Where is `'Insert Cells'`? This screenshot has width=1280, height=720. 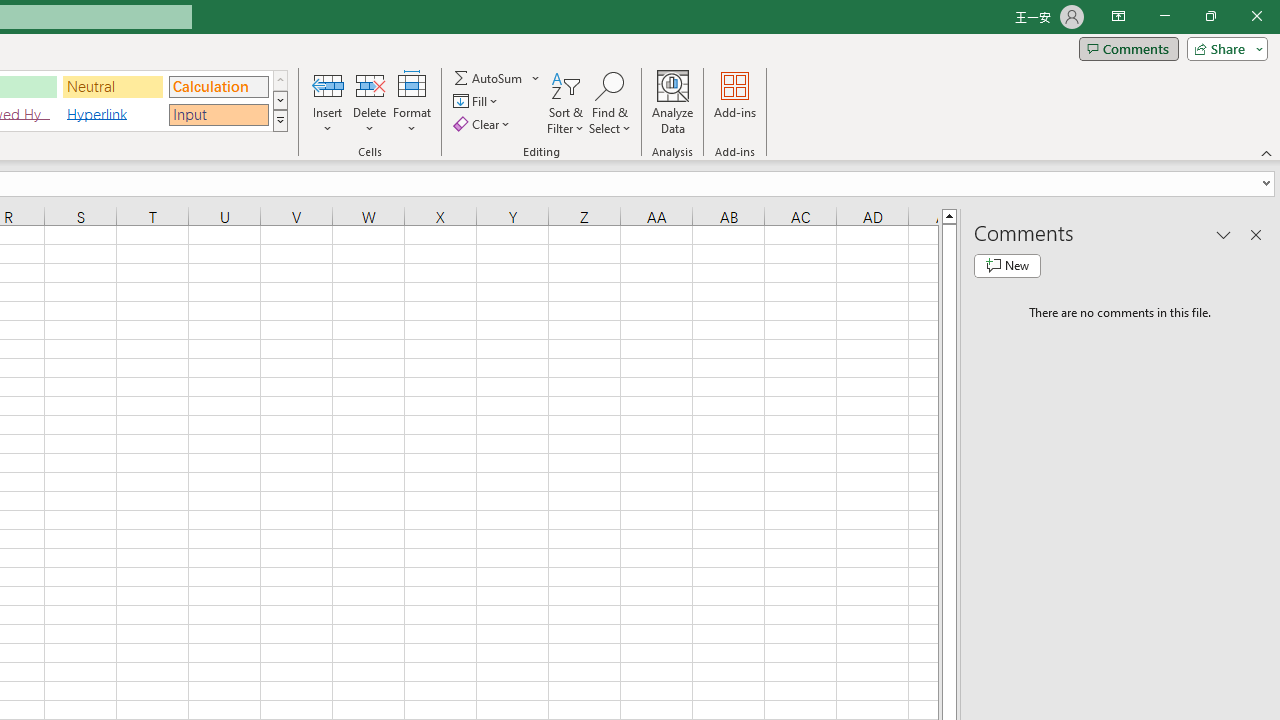 'Insert Cells' is located at coordinates (328, 84).